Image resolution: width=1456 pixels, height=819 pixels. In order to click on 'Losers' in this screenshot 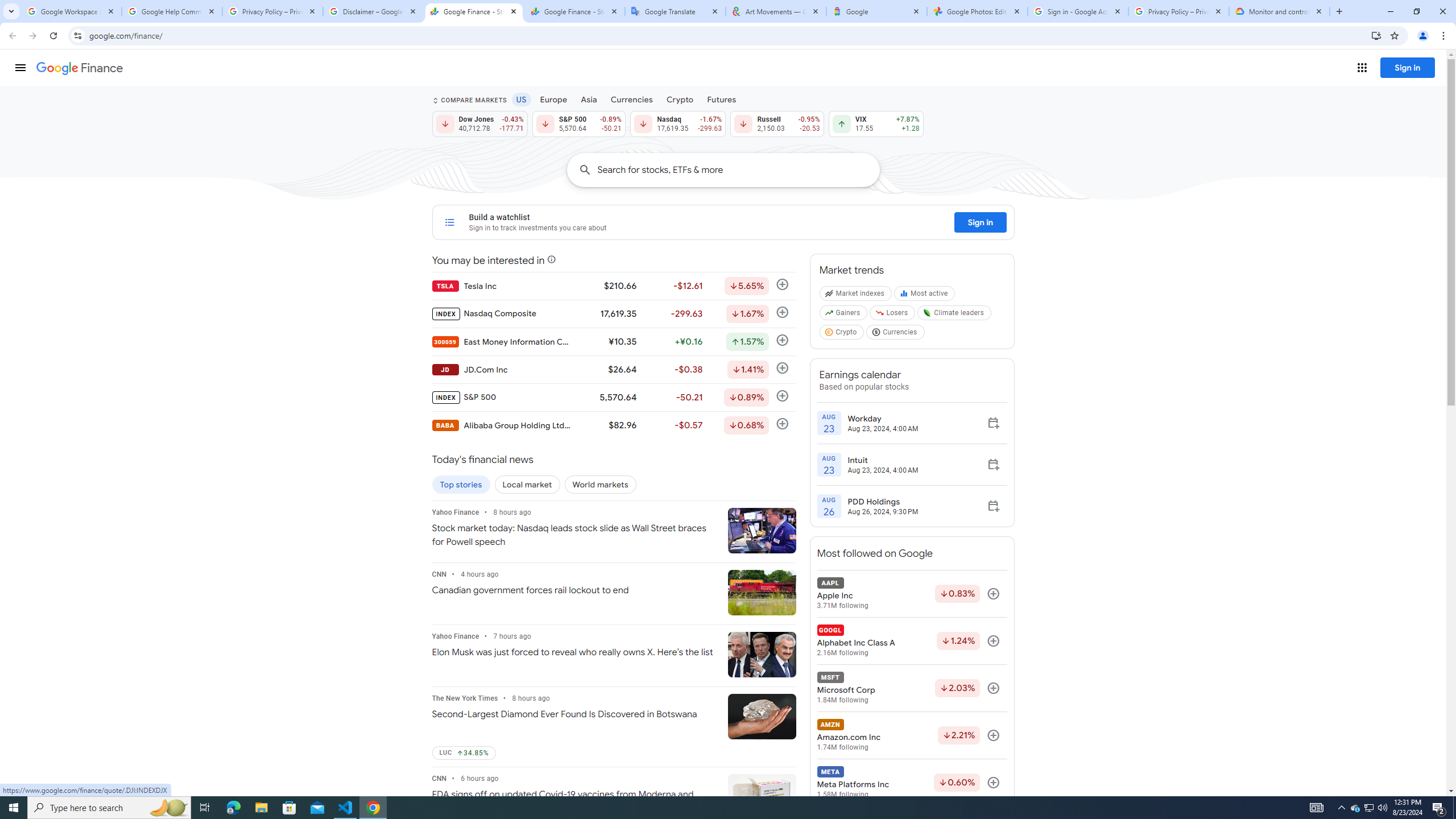, I will do `click(892, 315)`.